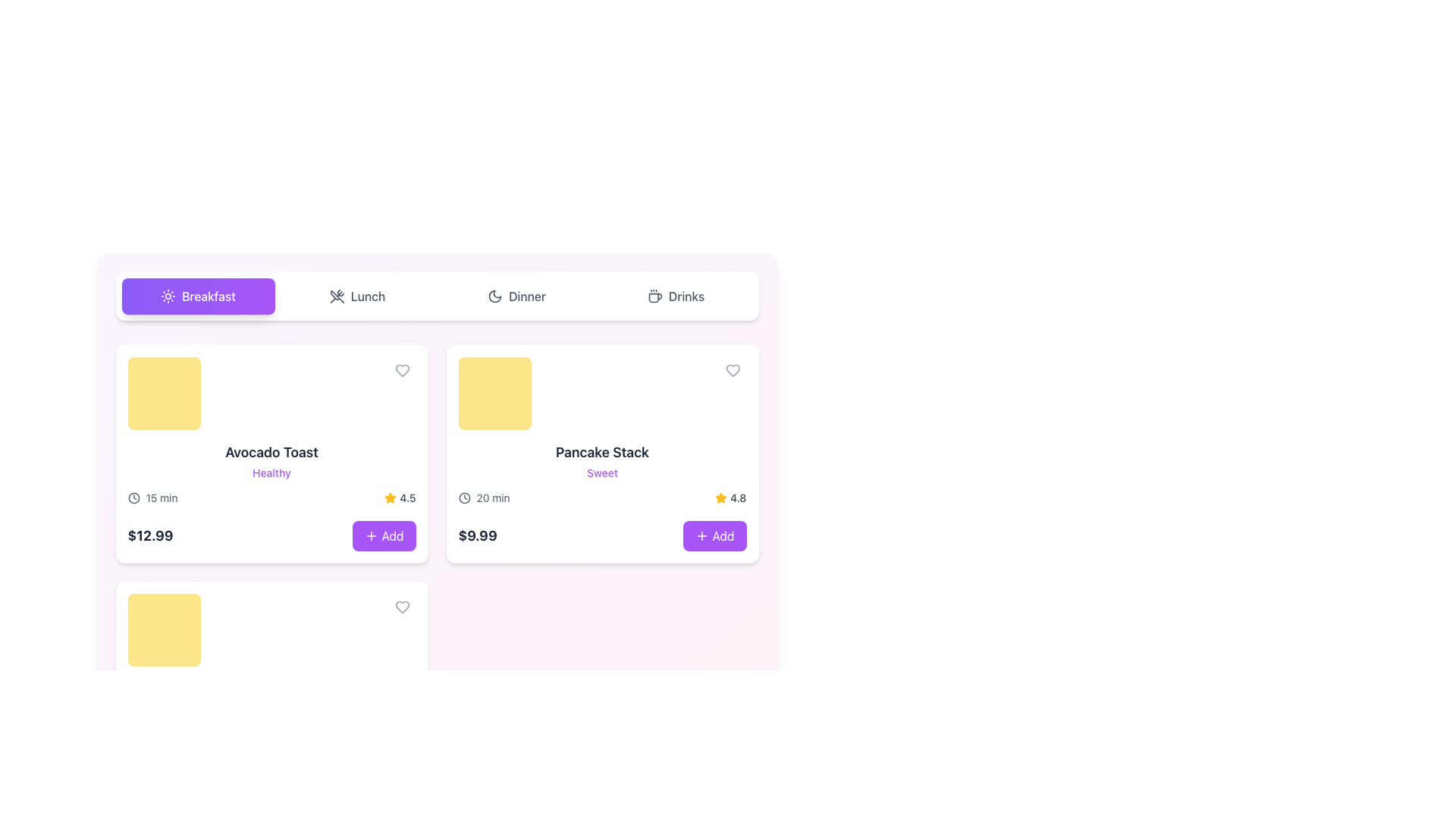  I want to click on the drinks category icon located at the top section of the interface, left of the 'Drinks' label text, so click(654, 296).